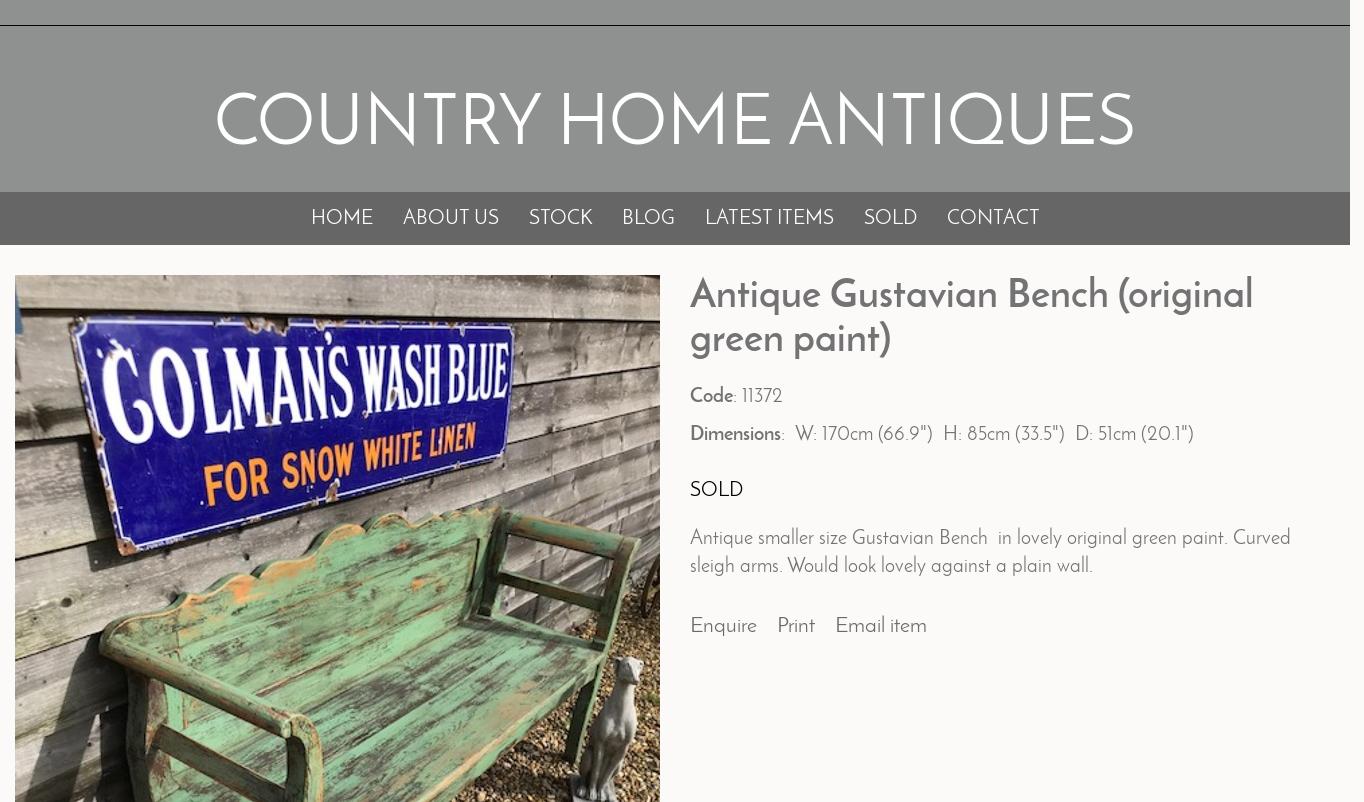  Describe the element at coordinates (793, 435) in the screenshot. I see `'W: 170cm (66.9")'` at that location.